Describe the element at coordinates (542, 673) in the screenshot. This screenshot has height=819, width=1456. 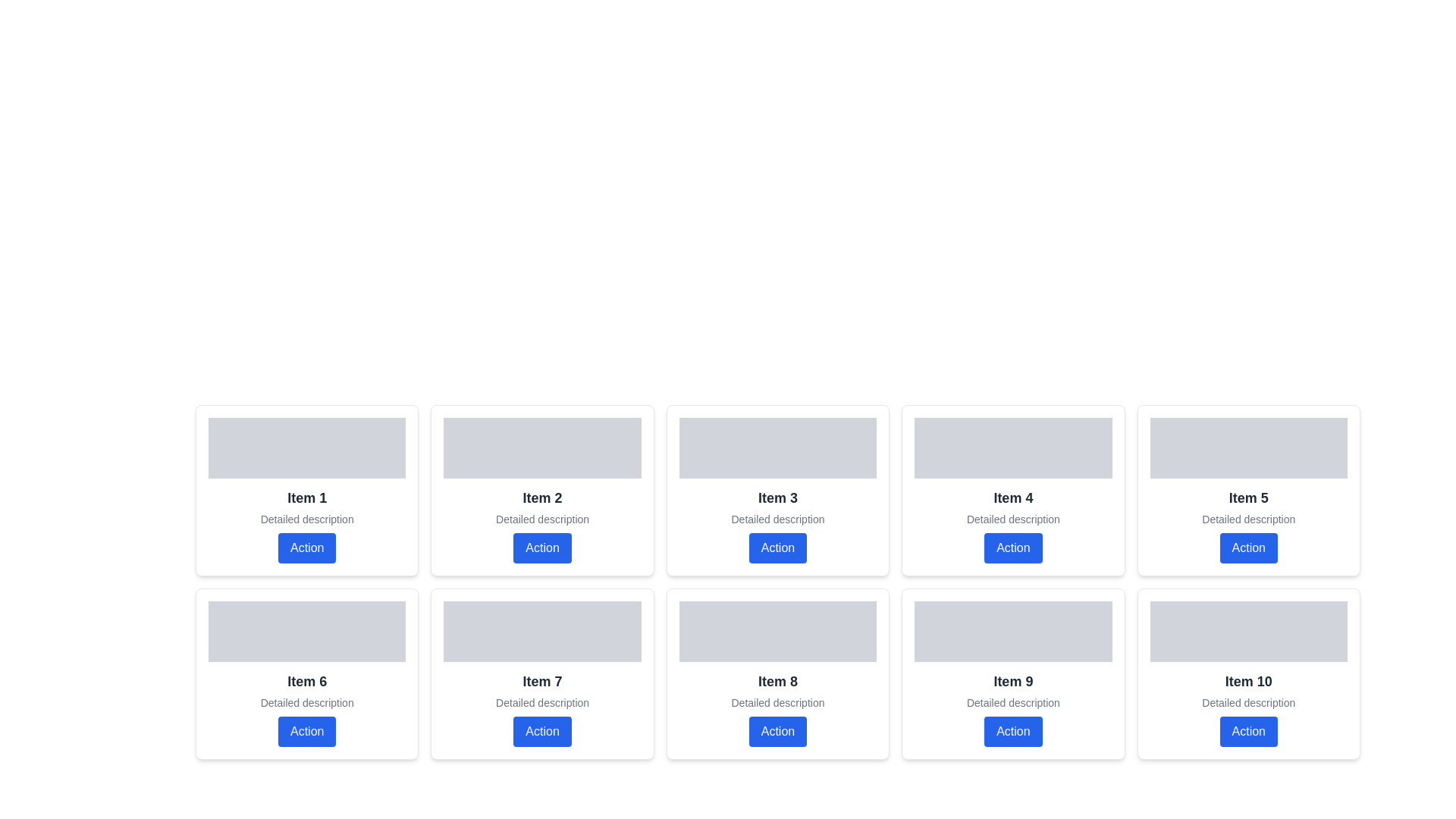
I see `detailed description of the 'Item 7' card, which is a rectangular card-like component featuring a gray placeholder, bold text 'Item 7', a detailed description, and a blue button labeled 'Action' at the bottom` at that location.